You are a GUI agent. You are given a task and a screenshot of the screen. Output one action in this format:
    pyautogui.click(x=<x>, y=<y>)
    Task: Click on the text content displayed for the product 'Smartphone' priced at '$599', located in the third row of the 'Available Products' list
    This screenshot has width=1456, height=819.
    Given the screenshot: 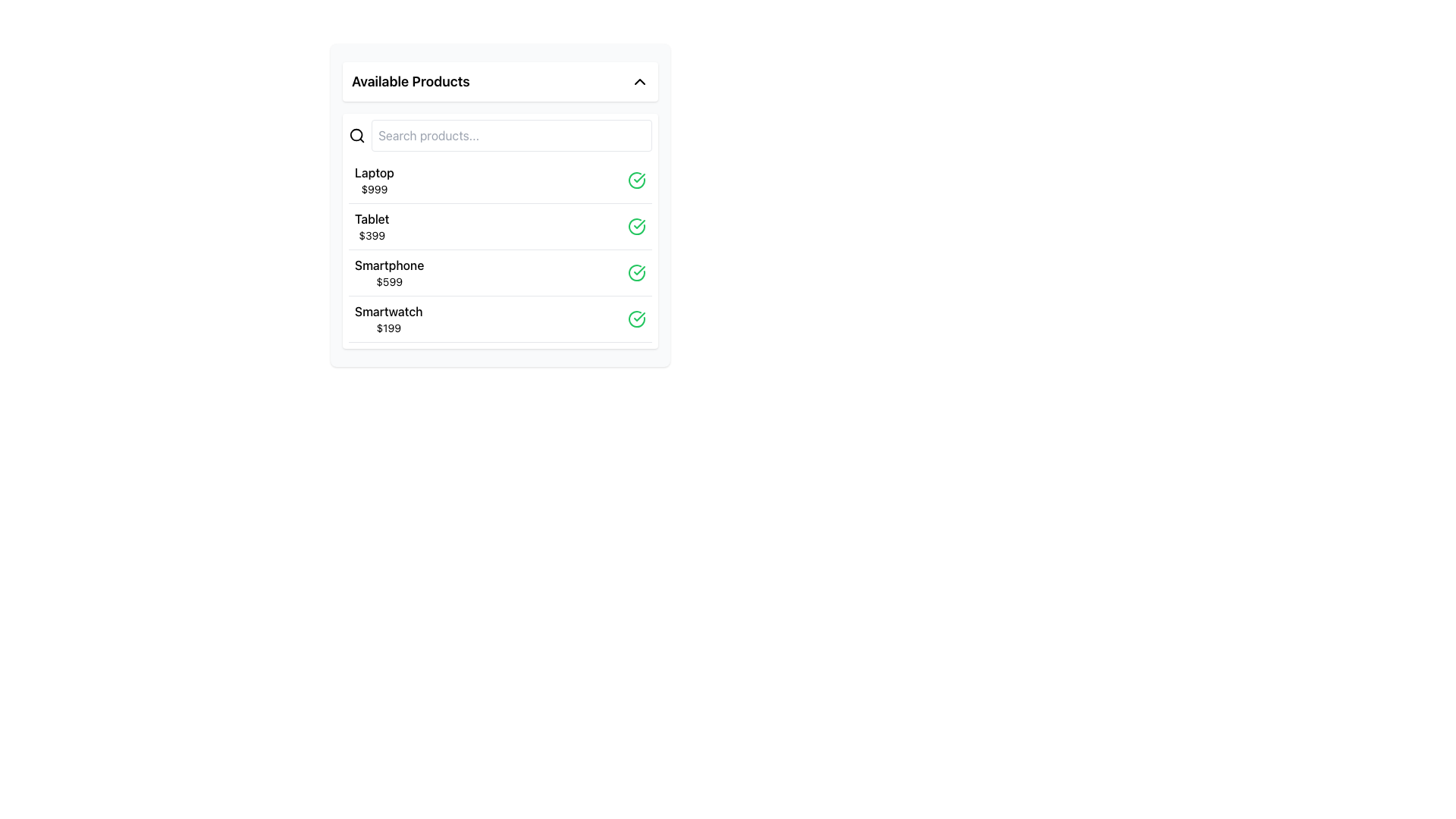 What is the action you would take?
    pyautogui.click(x=389, y=271)
    